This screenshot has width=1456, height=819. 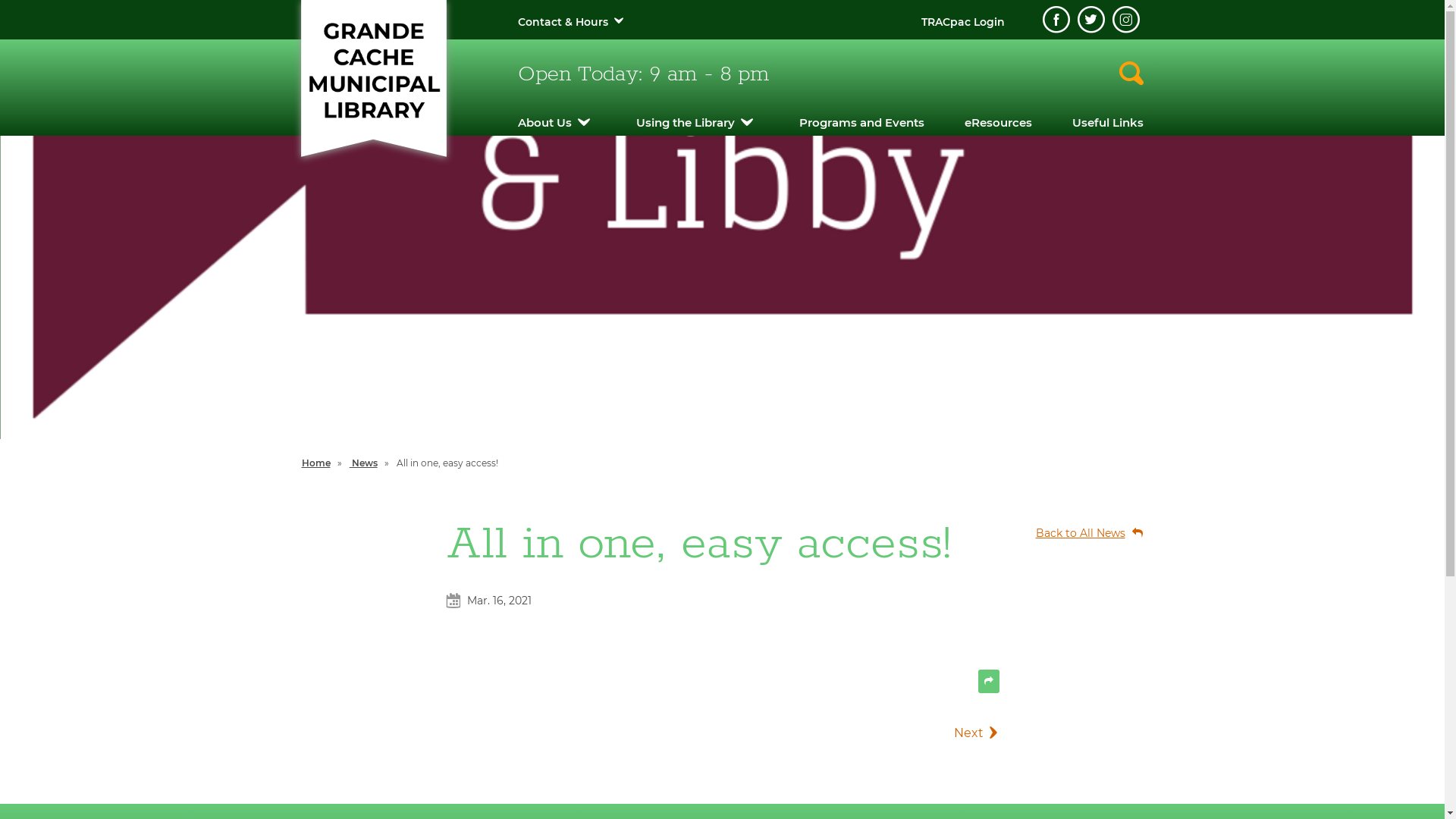 What do you see at coordinates (372, 70) in the screenshot?
I see `'Grande Cache Municipal Library'` at bounding box center [372, 70].